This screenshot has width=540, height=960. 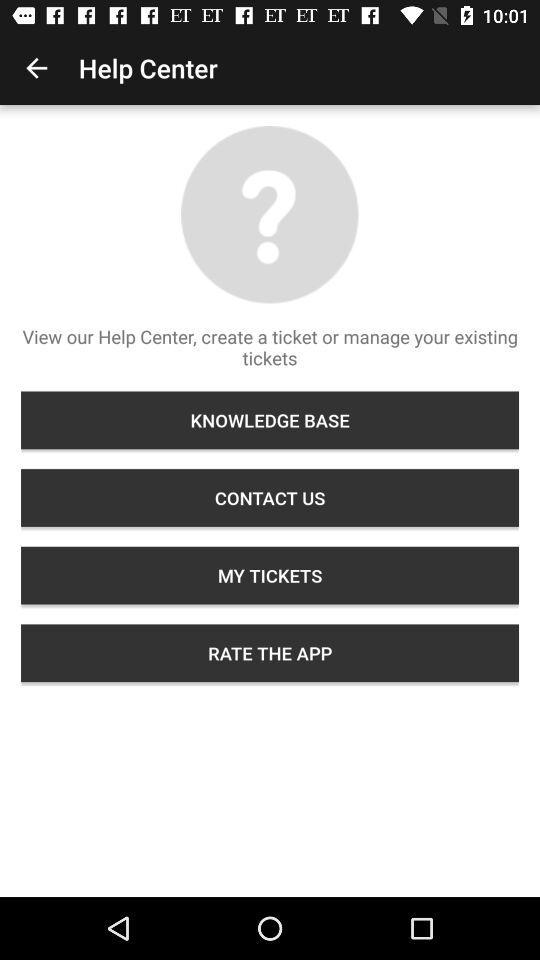 I want to click on the icon below my tickets, so click(x=270, y=652).